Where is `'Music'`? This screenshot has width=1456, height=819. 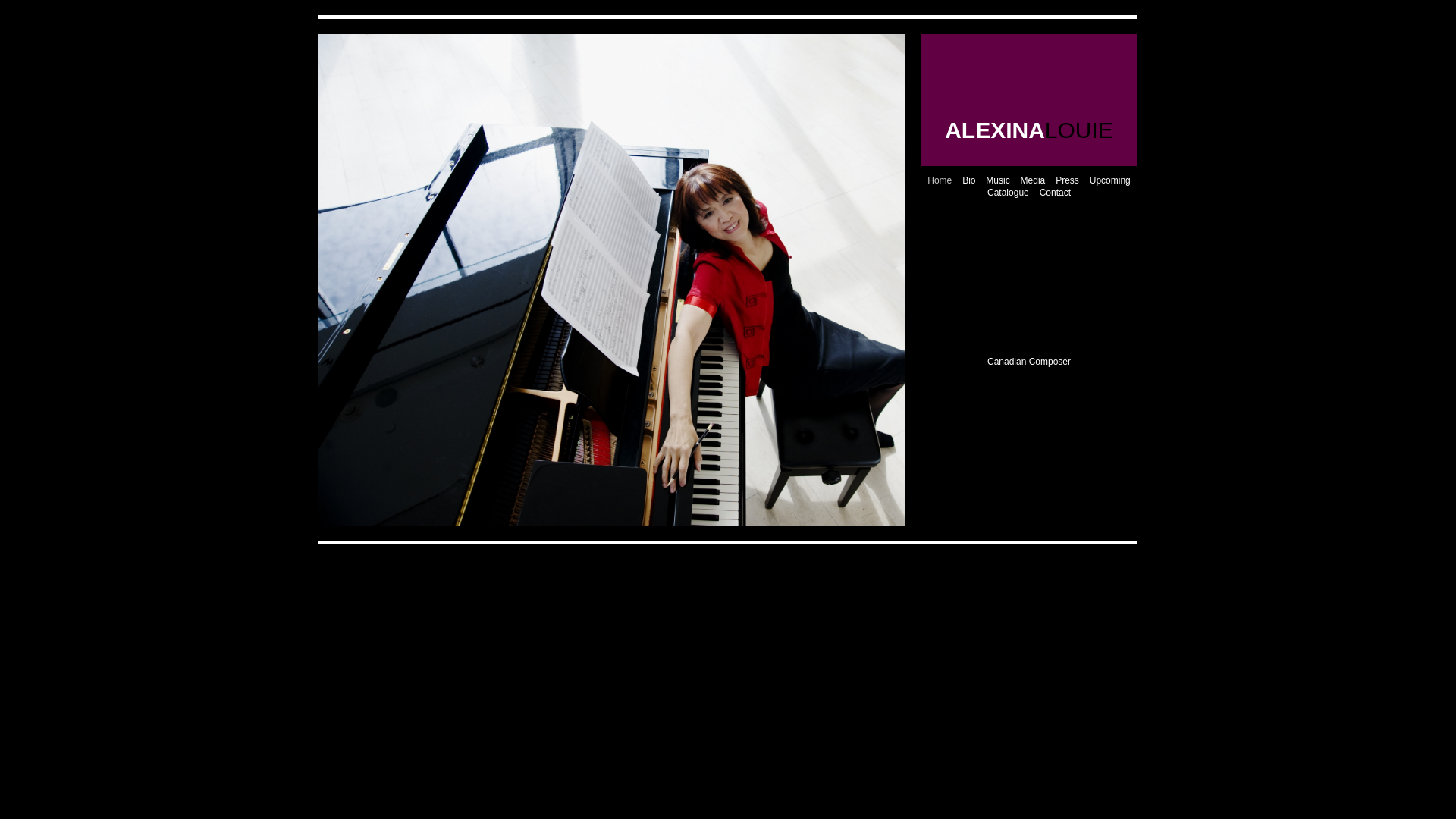 'Music' is located at coordinates (986, 180).